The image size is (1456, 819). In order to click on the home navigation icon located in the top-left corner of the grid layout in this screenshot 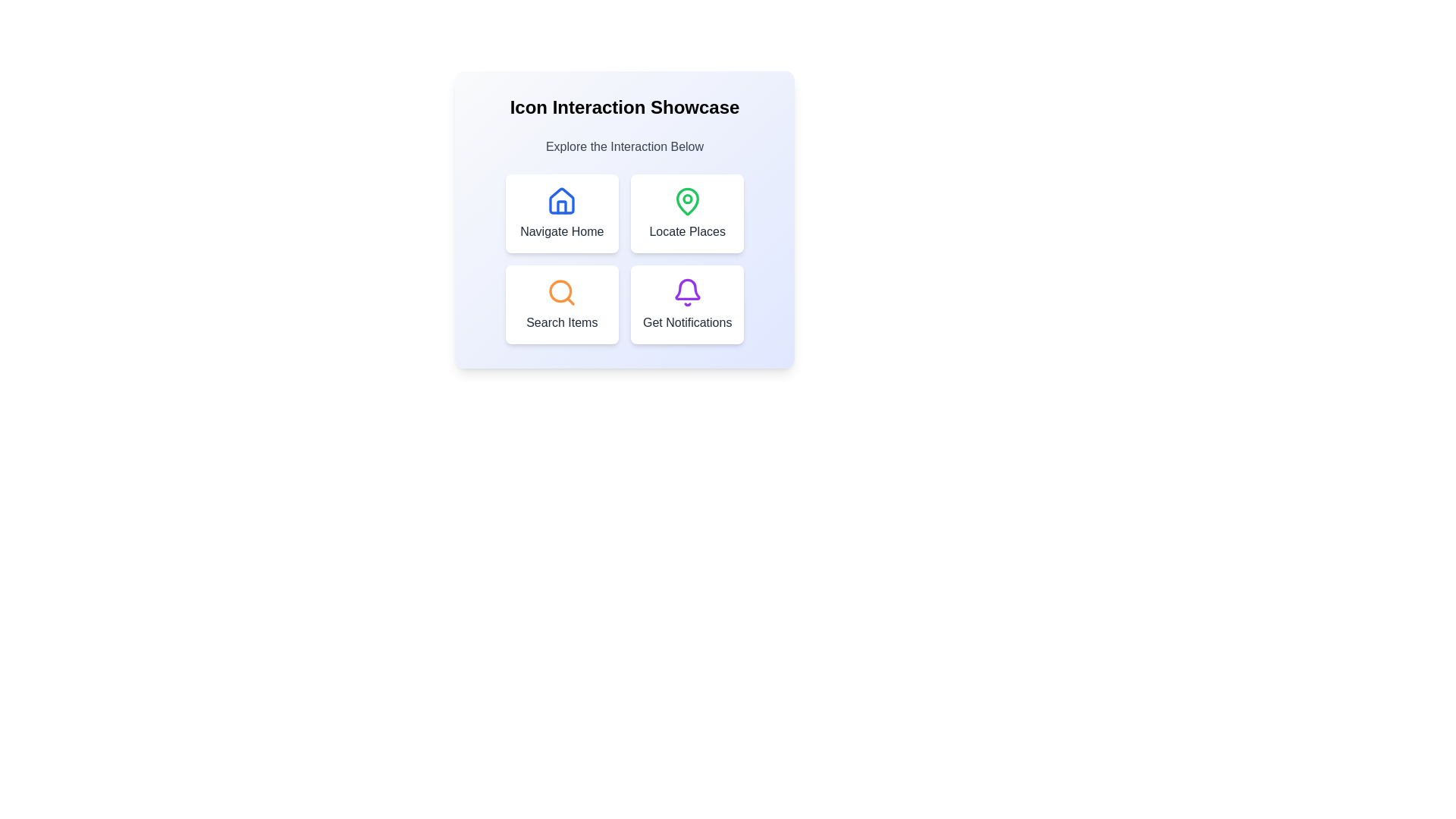, I will do `click(561, 200)`.